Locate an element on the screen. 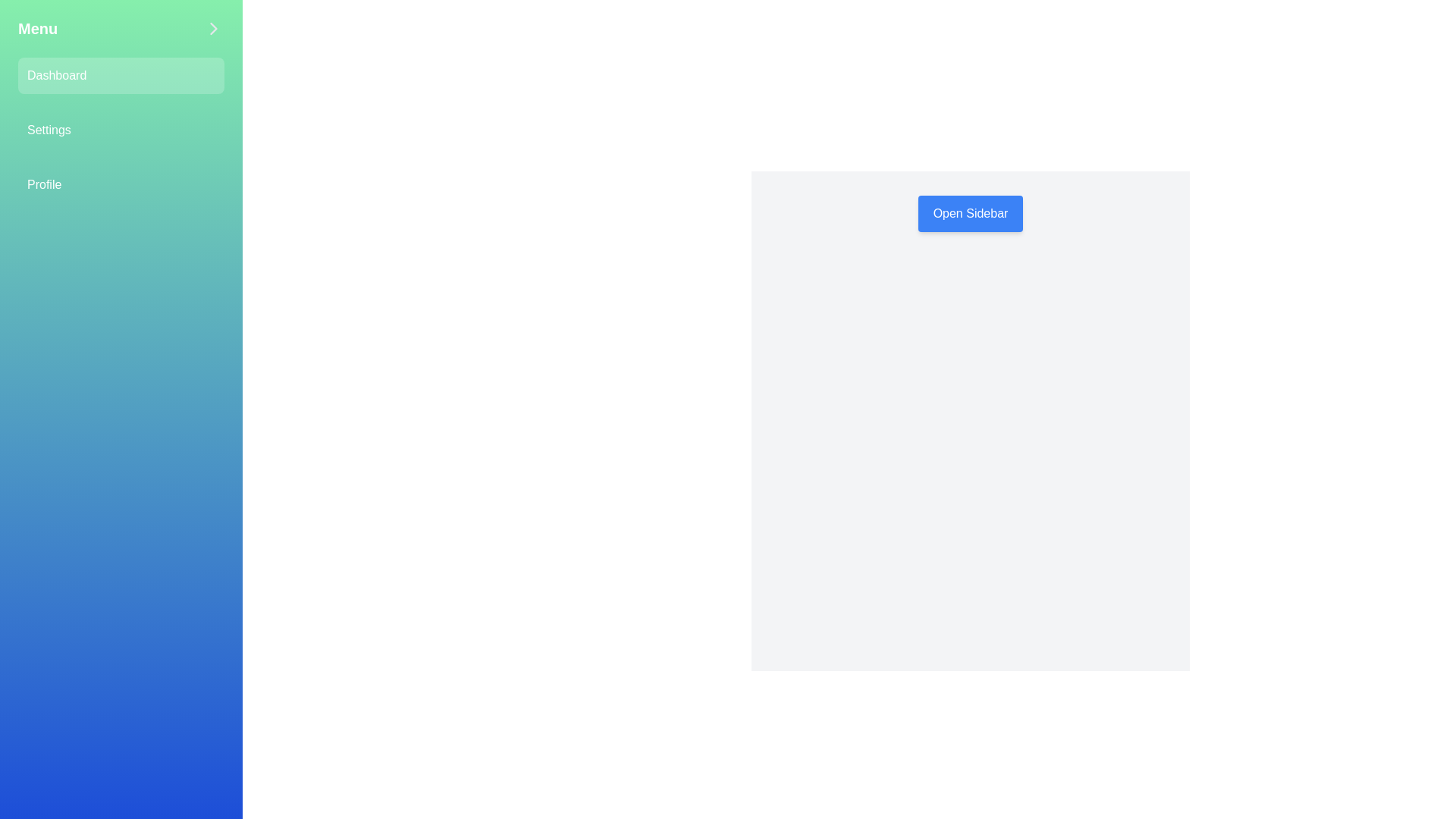  the menu option Dashboard in the sidebar to navigate to the respective section is located at coordinates (120, 76).